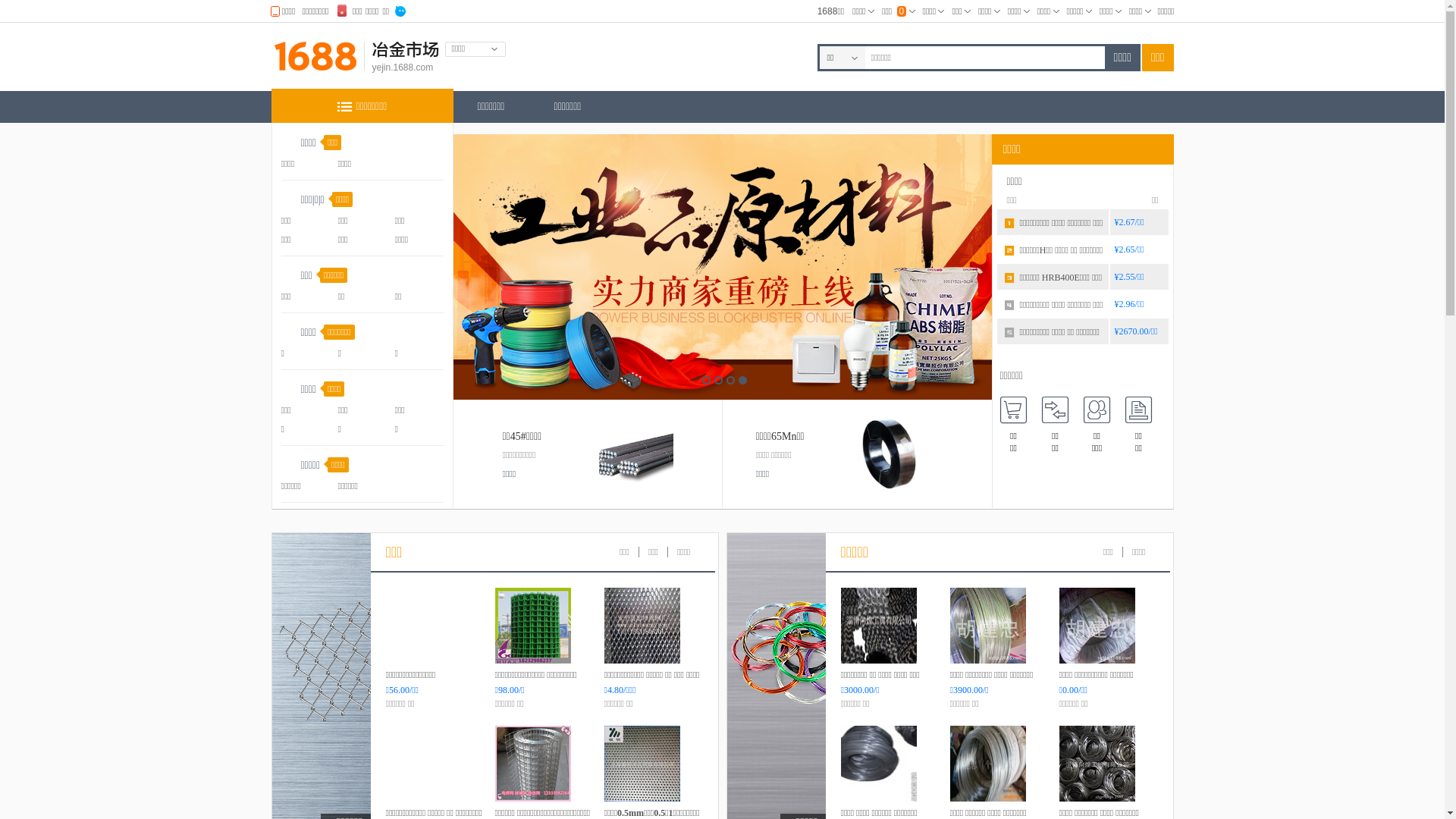 The height and width of the screenshot is (819, 1456). Describe the element at coordinates (402, 66) in the screenshot. I see `'yejin.1688.com'` at that location.